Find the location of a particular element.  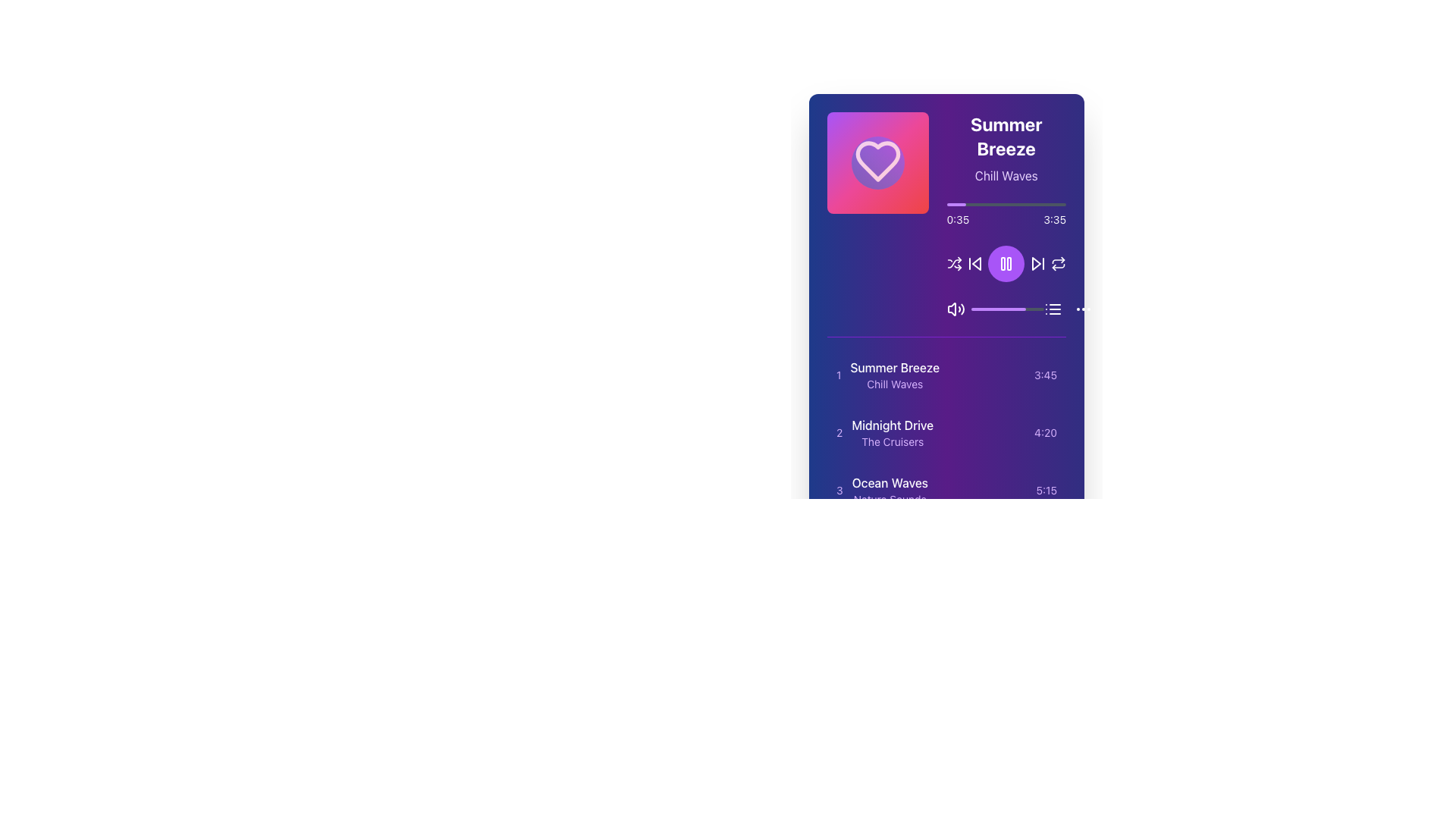

text label displaying 'Summer Breeze' which is styled in white against a gradient purple background, located at the top-middle portion of the interface is located at coordinates (895, 368).